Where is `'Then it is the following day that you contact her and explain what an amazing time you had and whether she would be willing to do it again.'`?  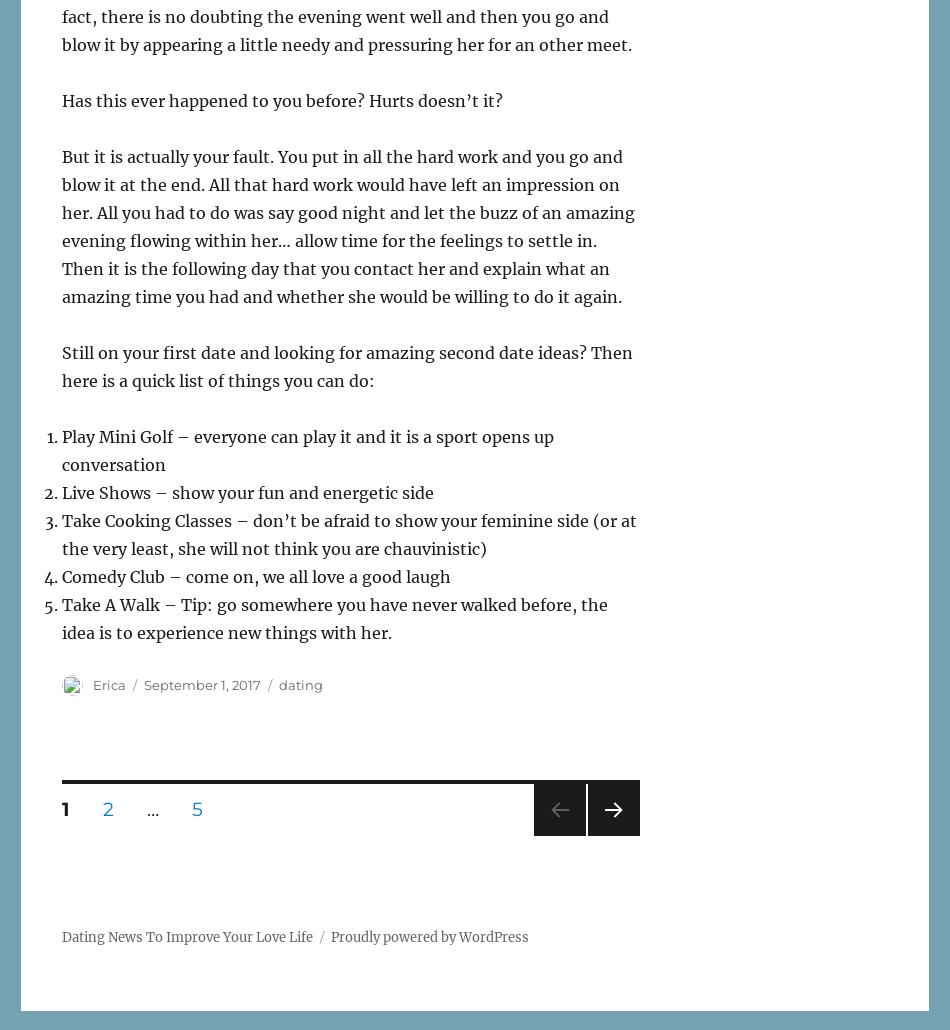
'Then it is the following day that you contact her and explain what an amazing time you had and whether she would be willing to do it again.' is located at coordinates (341, 282).